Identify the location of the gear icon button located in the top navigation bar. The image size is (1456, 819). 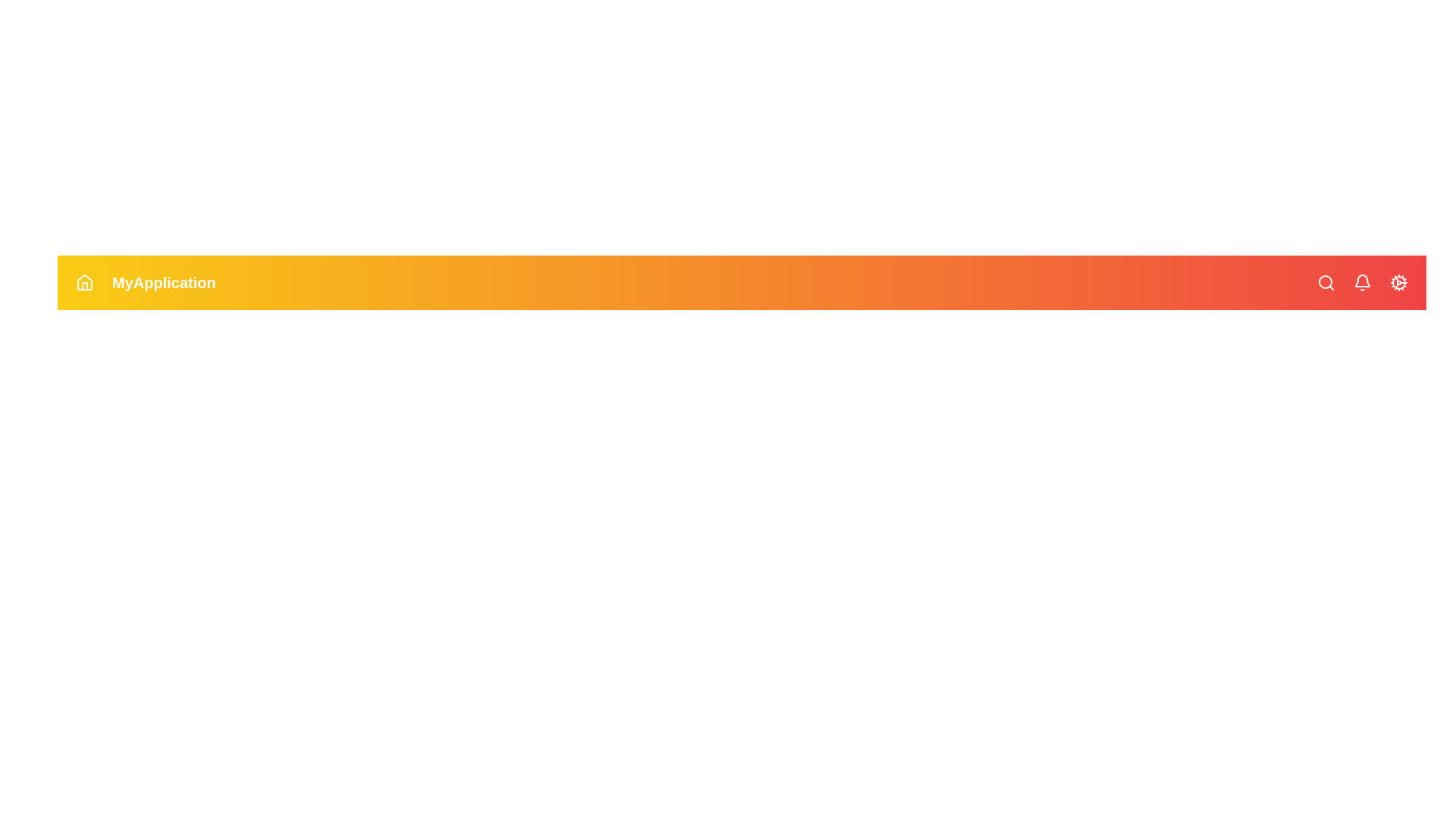
(1398, 283).